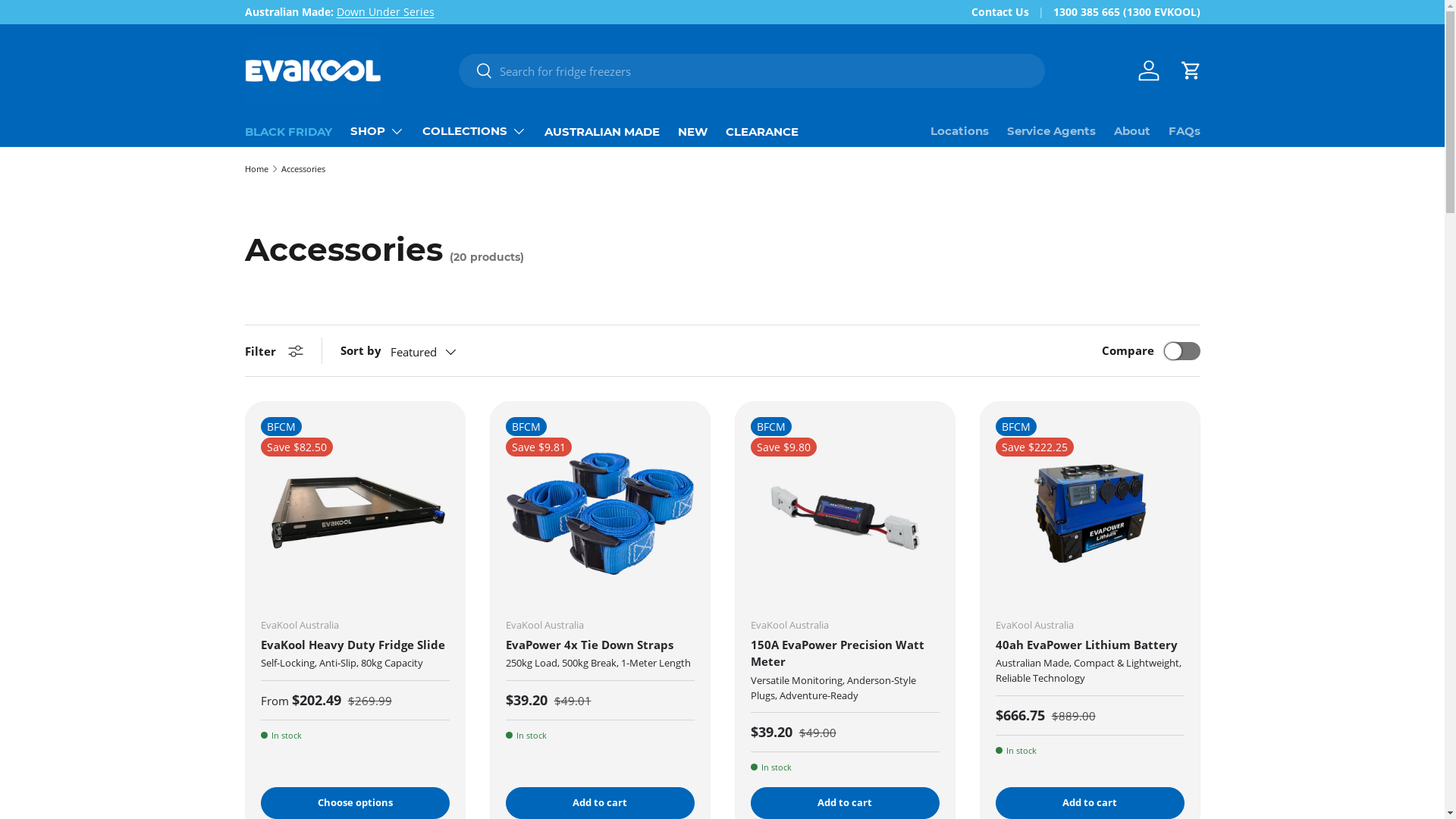 The image size is (1456, 819). What do you see at coordinates (836, 652) in the screenshot?
I see `'150A EvaPower Precision Watt Meter'` at bounding box center [836, 652].